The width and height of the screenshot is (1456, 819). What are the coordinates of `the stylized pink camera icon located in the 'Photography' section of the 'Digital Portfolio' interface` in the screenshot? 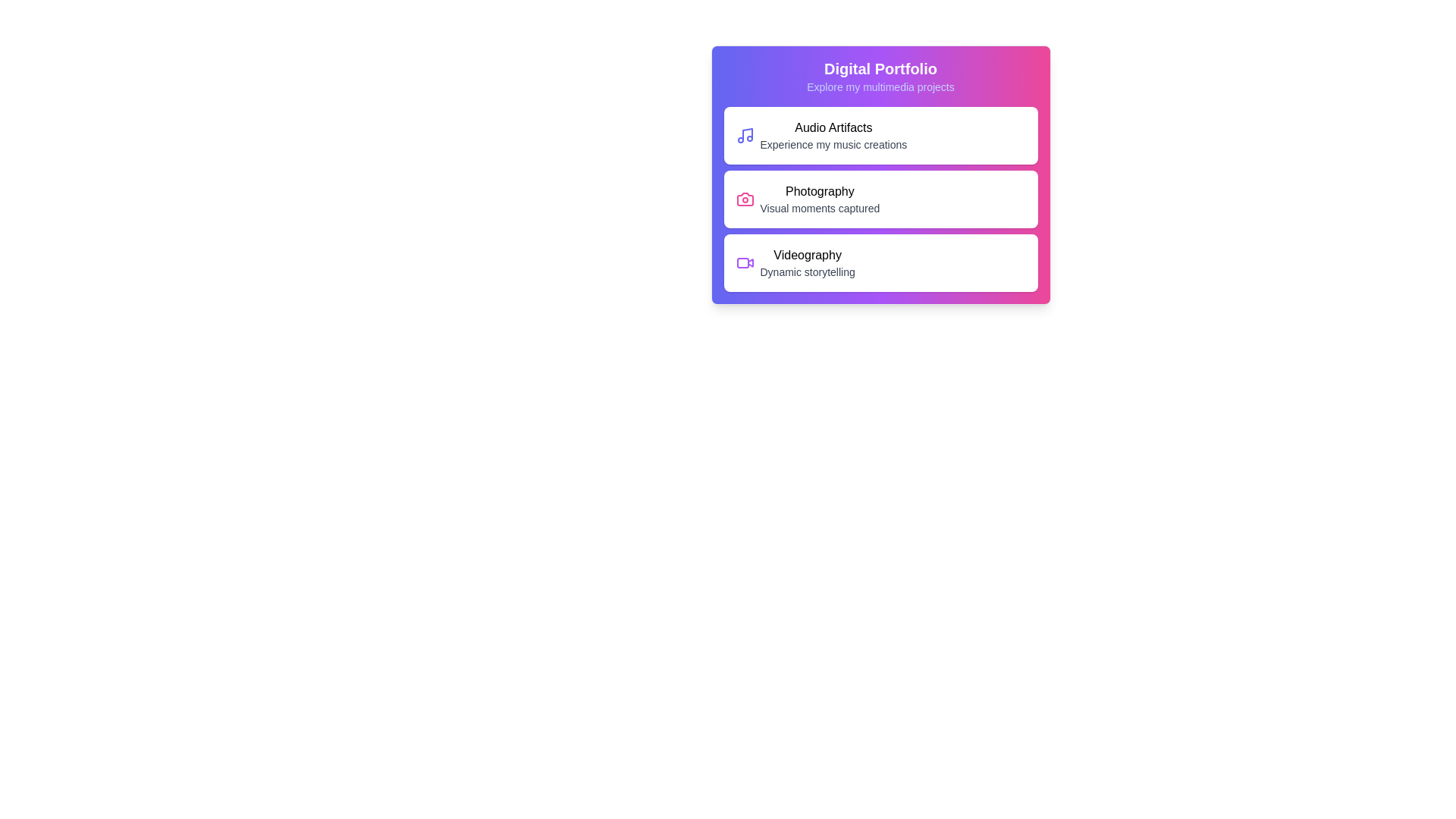 It's located at (745, 198).